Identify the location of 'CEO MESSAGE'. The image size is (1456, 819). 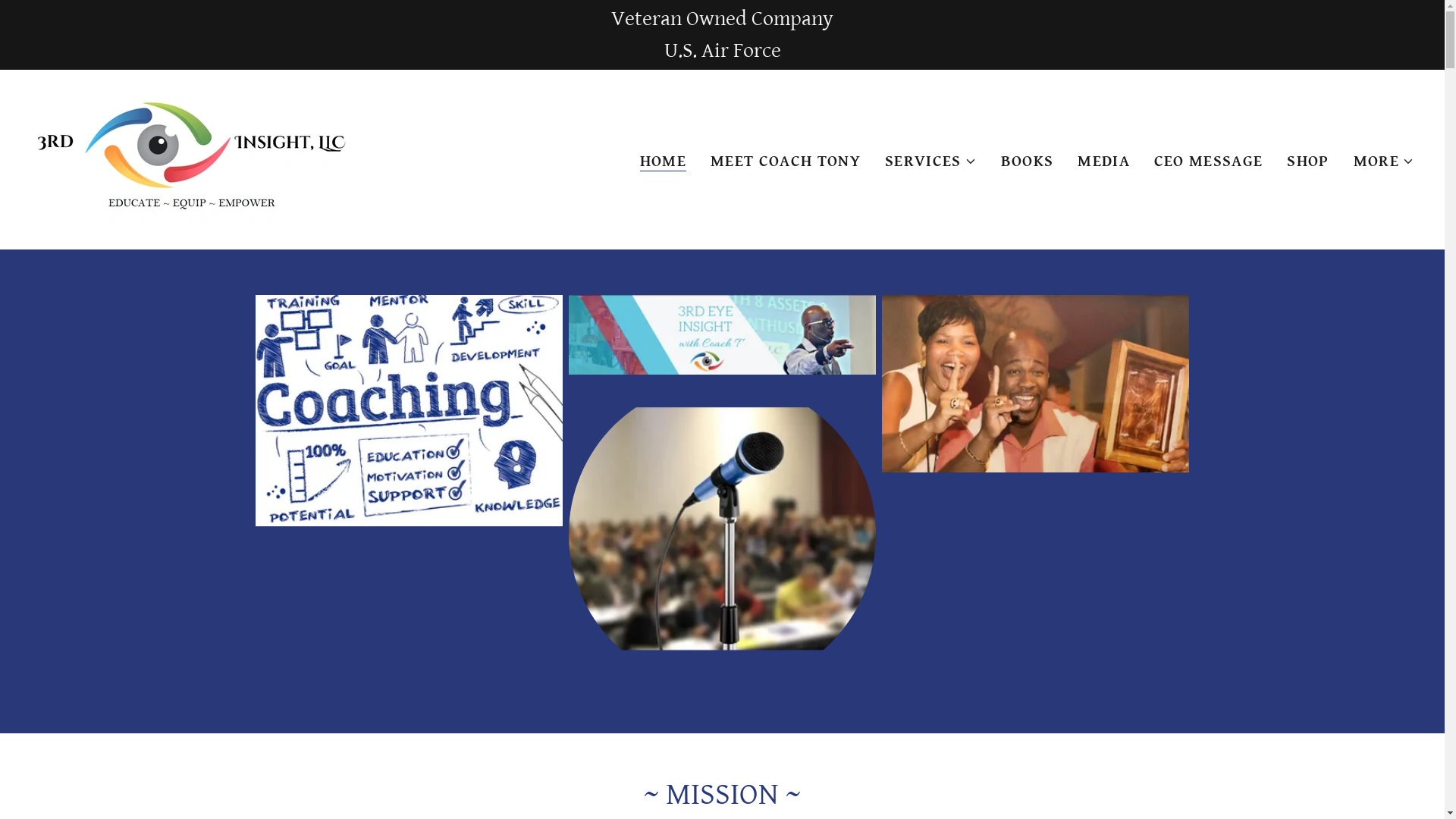
(1207, 161).